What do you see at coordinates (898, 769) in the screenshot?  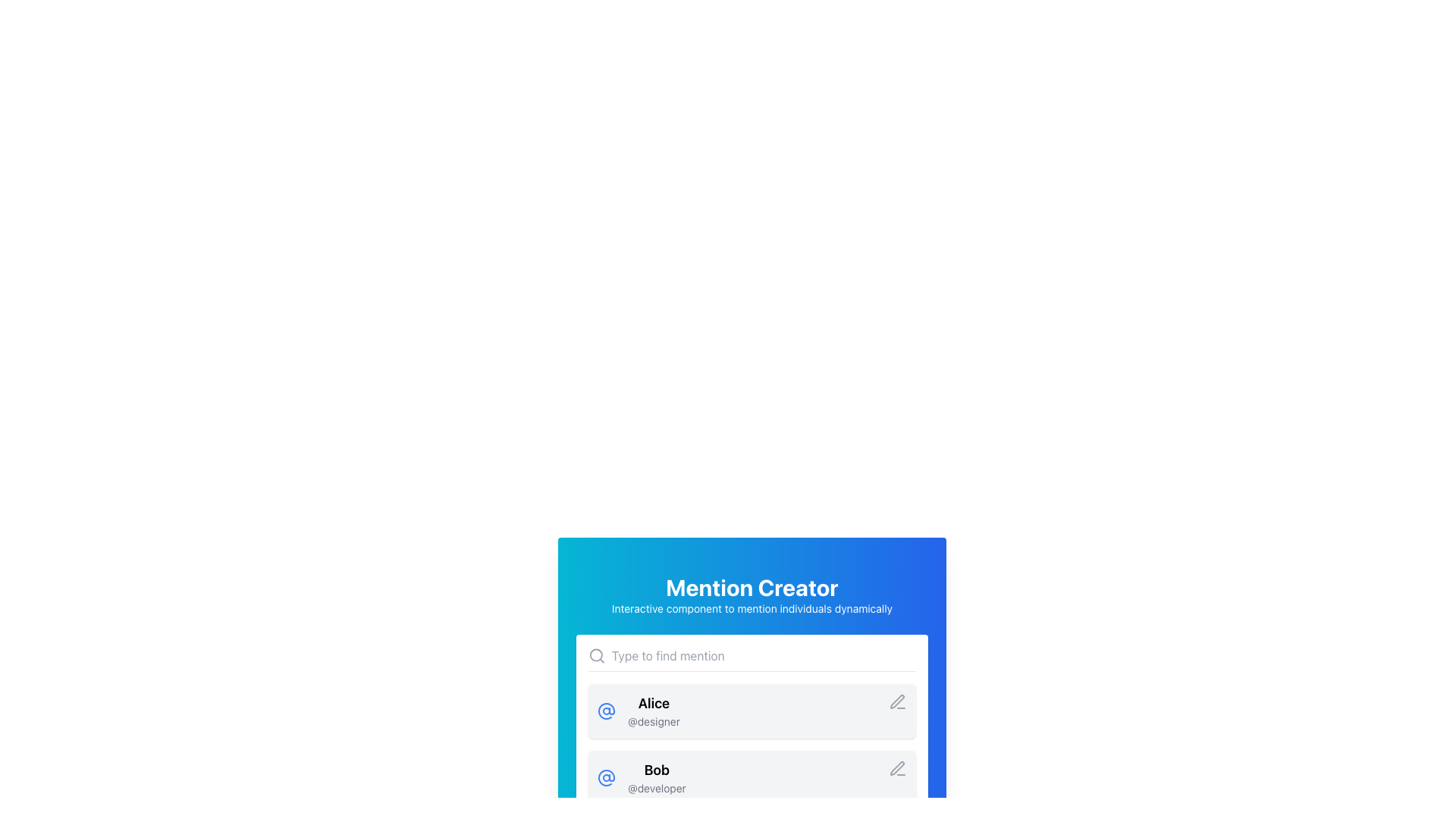 I see `the editing tool icon located at the rightmost side of the row labeled 'Bob@developer', which has a thin gray outline` at bounding box center [898, 769].